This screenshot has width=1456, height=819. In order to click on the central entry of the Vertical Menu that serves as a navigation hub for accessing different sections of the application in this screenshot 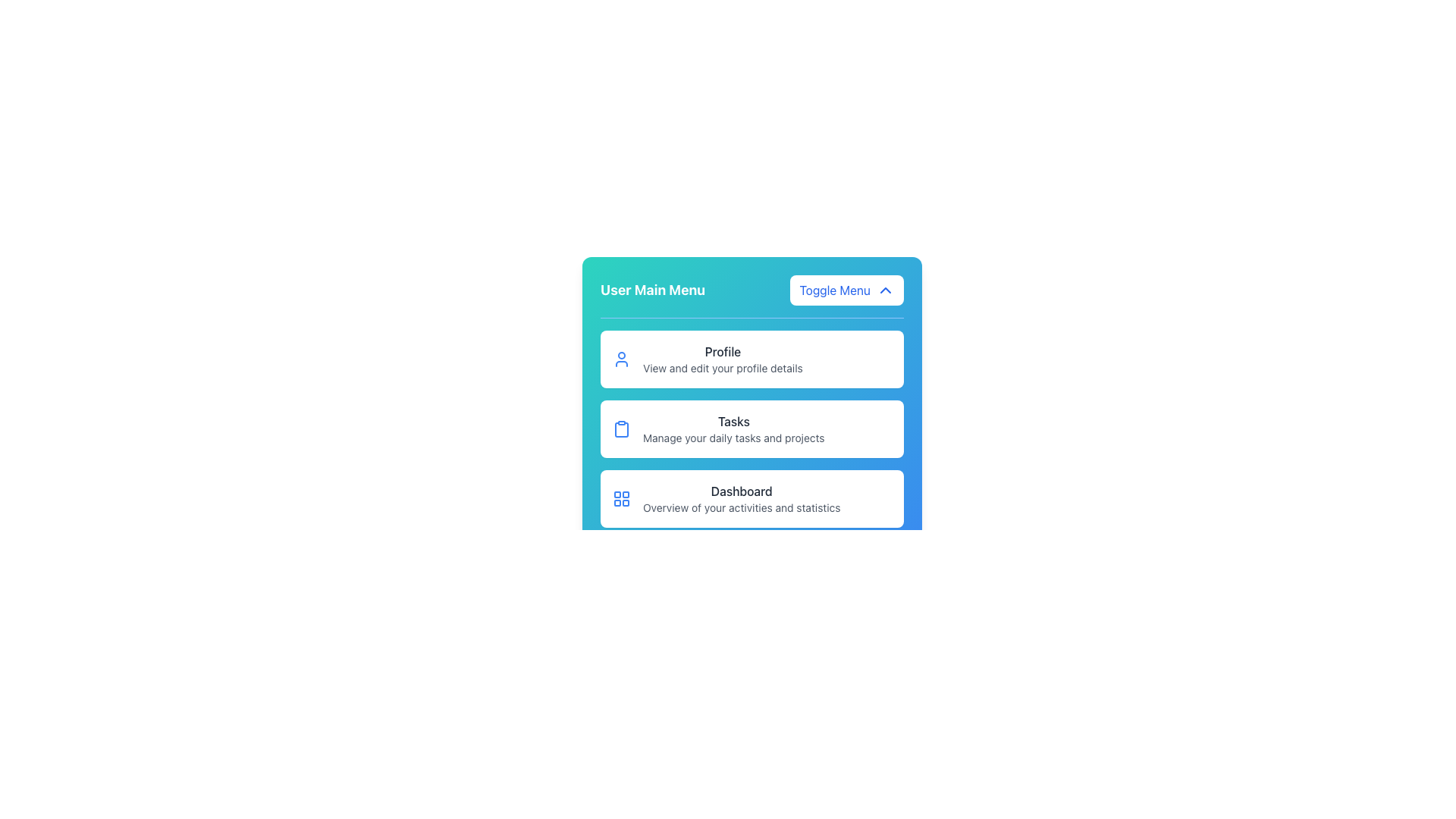, I will do `click(752, 435)`.